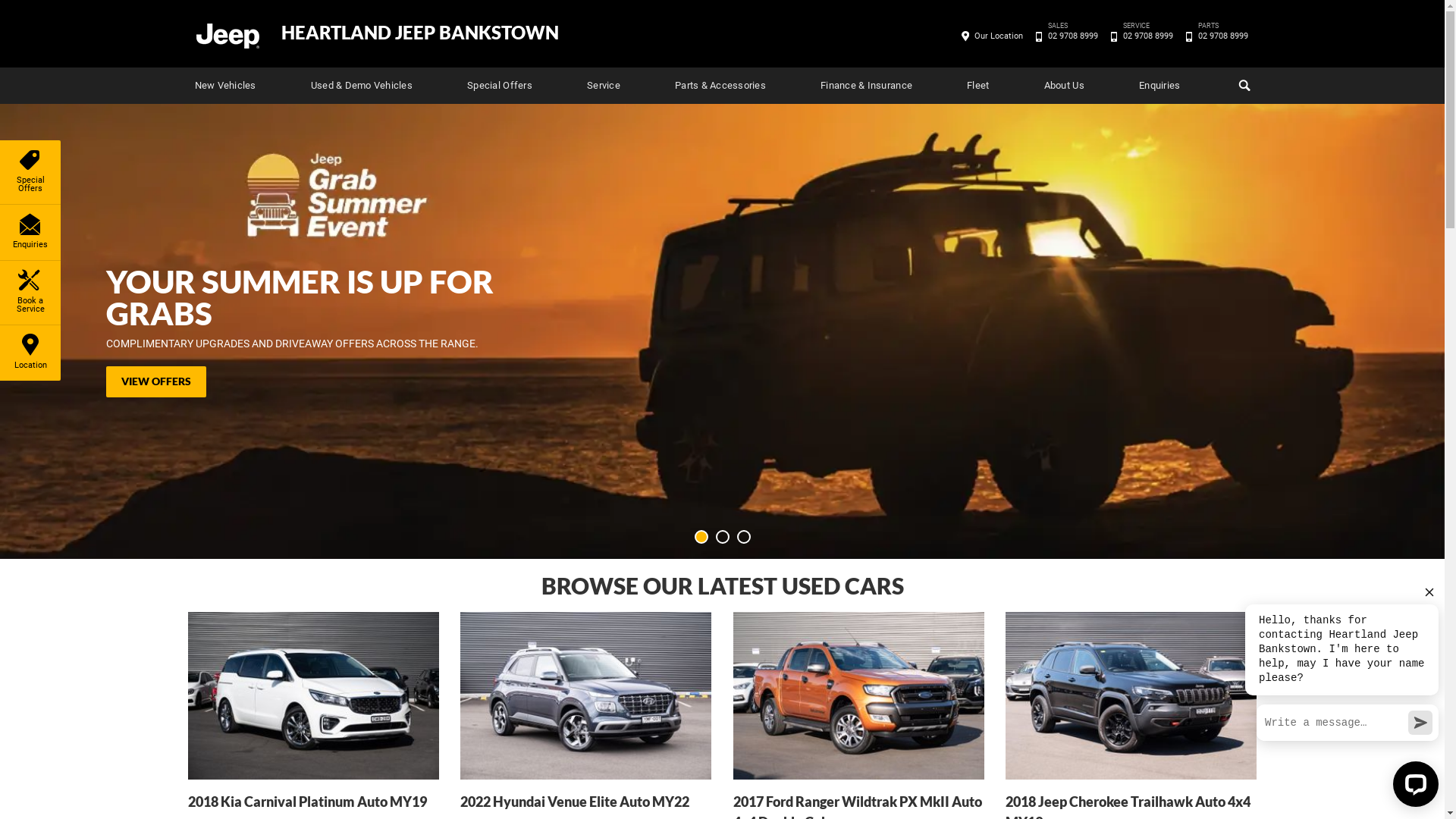 The width and height of the screenshot is (1456, 819). Describe the element at coordinates (30, 232) in the screenshot. I see `'Enquiries'` at that location.